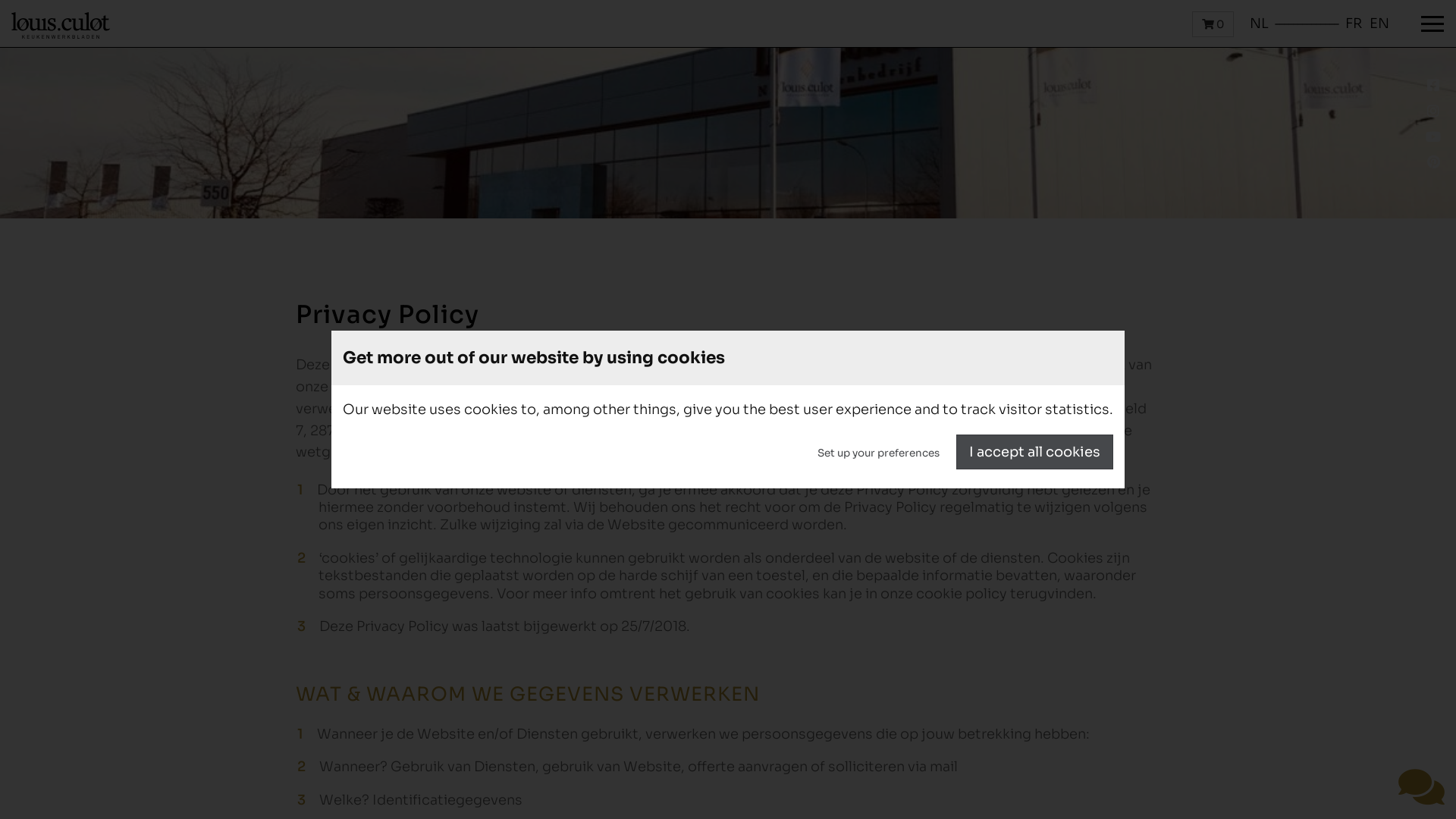 This screenshot has height=819, width=1456. What do you see at coordinates (1259, 23) in the screenshot?
I see `'NL'` at bounding box center [1259, 23].